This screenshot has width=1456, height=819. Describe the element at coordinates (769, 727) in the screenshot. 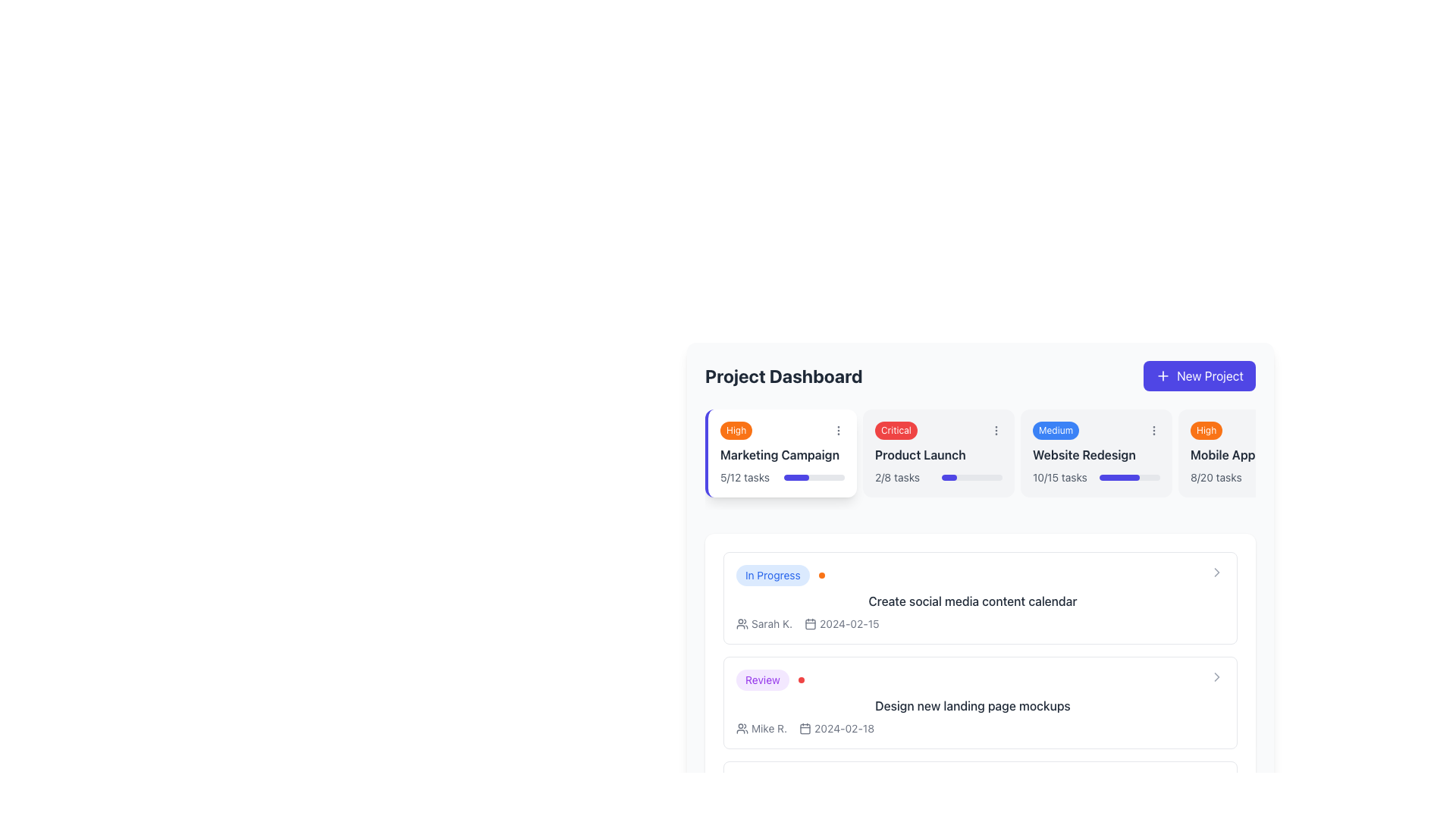

I see `the text label displaying the name 'Mike R.' that is located near the bottom section of a list item in the project dashboard under the 'Review' status` at that location.